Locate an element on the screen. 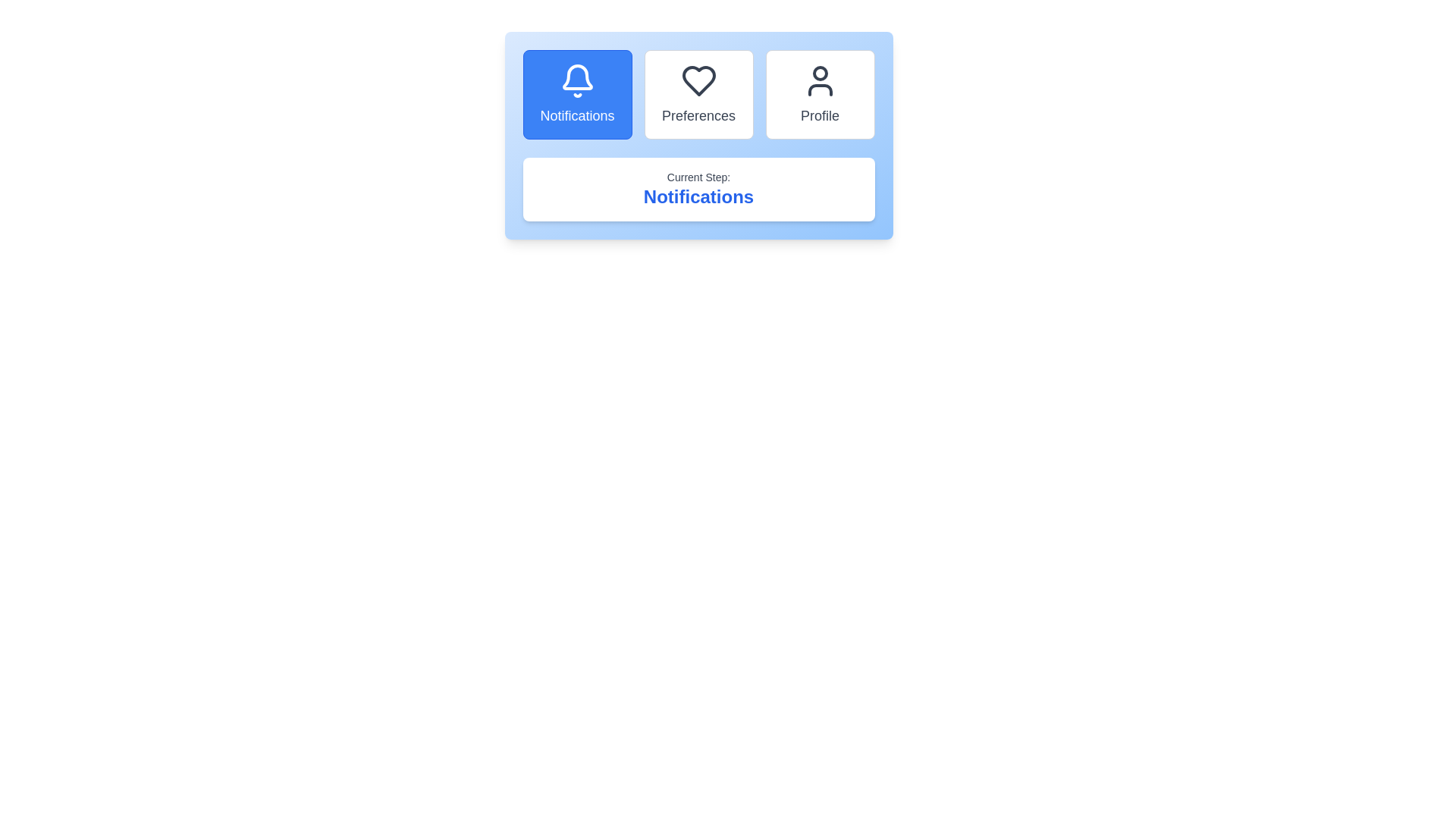 Image resolution: width=1456 pixels, height=819 pixels. the step button corresponding to Preferences is located at coordinates (698, 94).